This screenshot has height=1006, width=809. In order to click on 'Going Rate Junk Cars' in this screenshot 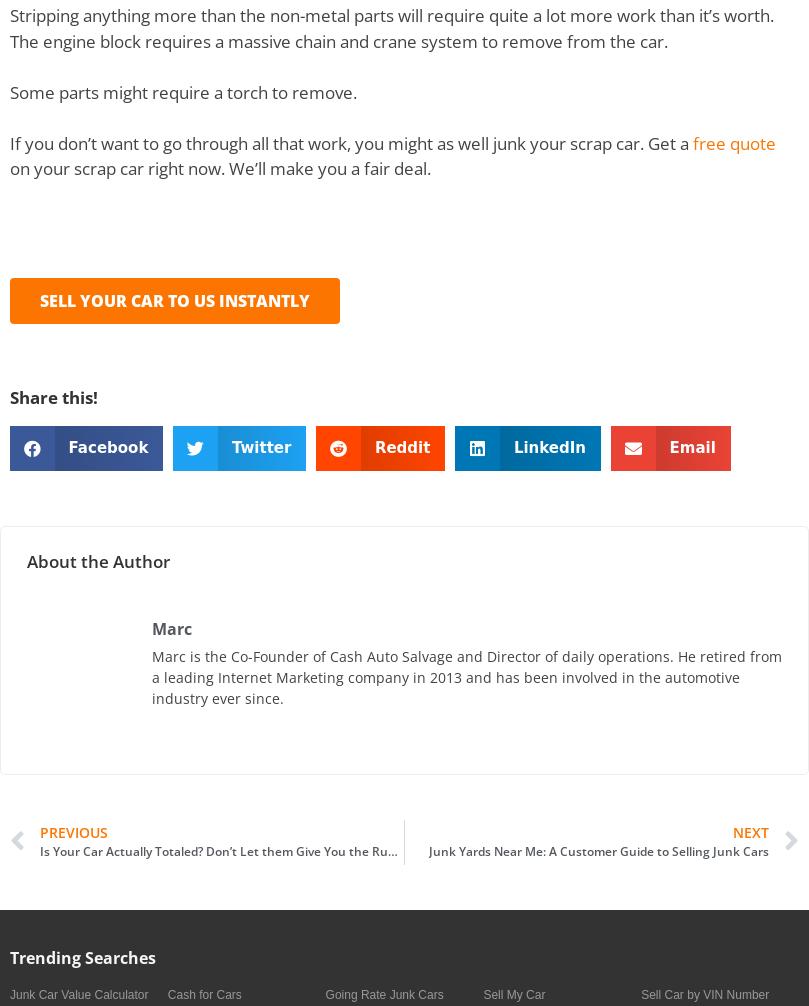, I will do `click(384, 993)`.